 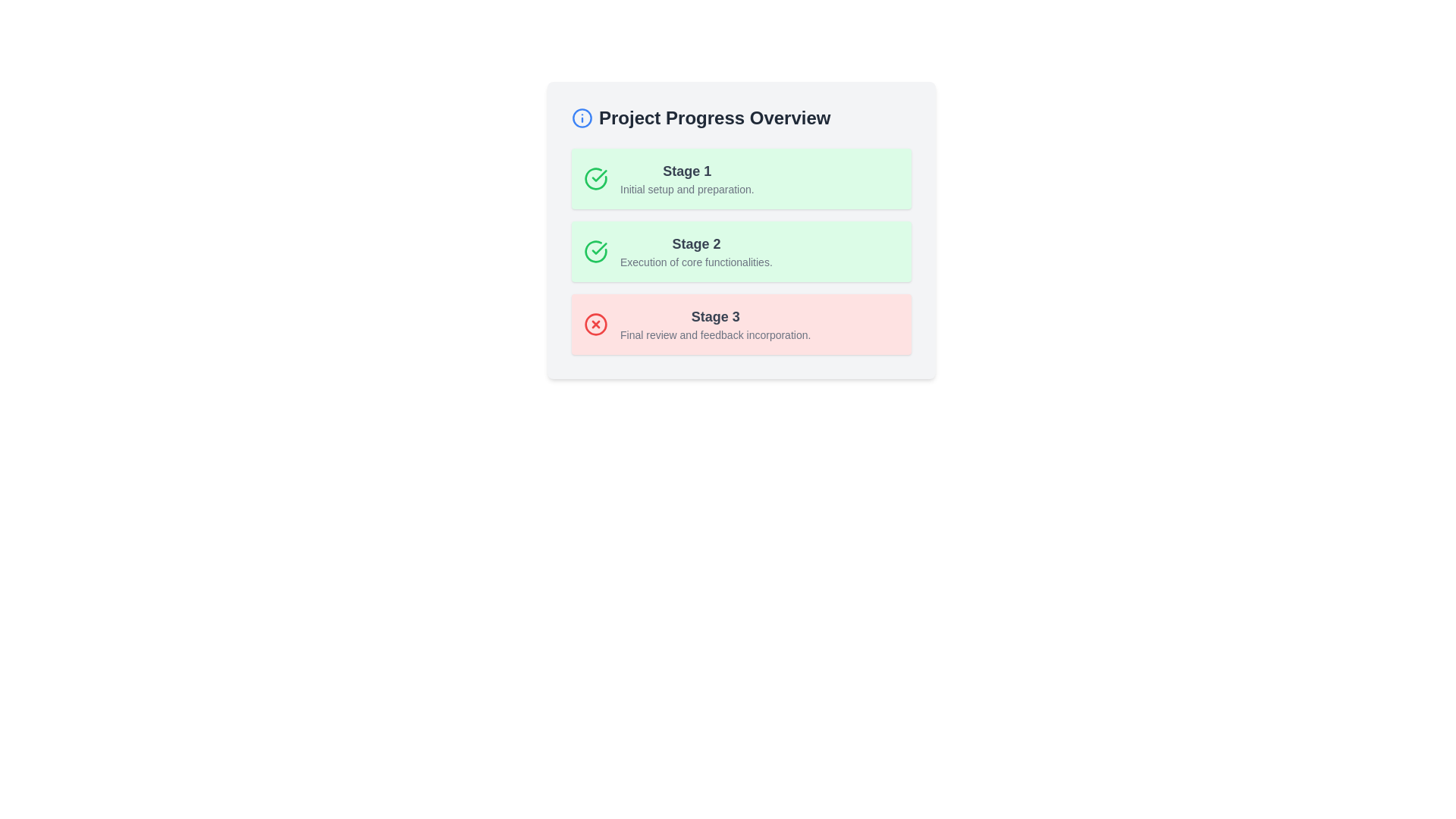 What do you see at coordinates (686, 177) in the screenshot?
I see `the text block titled 'Stage 1' with subtitle 'Initial setup and preparation'` at bounding box center [686, 177].